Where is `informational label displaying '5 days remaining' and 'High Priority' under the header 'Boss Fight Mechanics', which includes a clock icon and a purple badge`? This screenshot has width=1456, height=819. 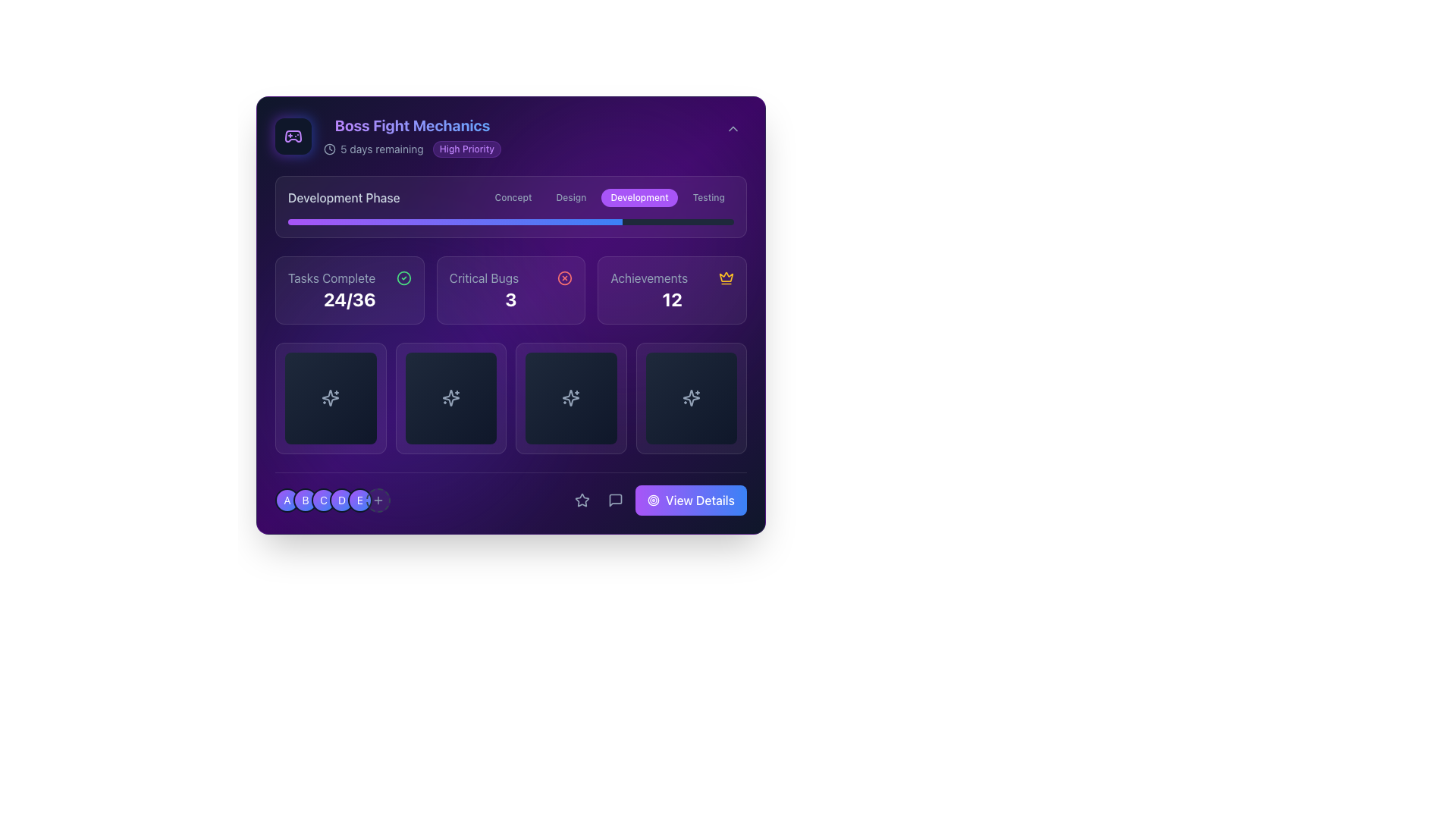
informational label displaying '5 days remaining' and 'High Priority' under the header 'Boss Fight Mechanics', which includes a clock icon and a purple badge is located at coordinates (412, 149).